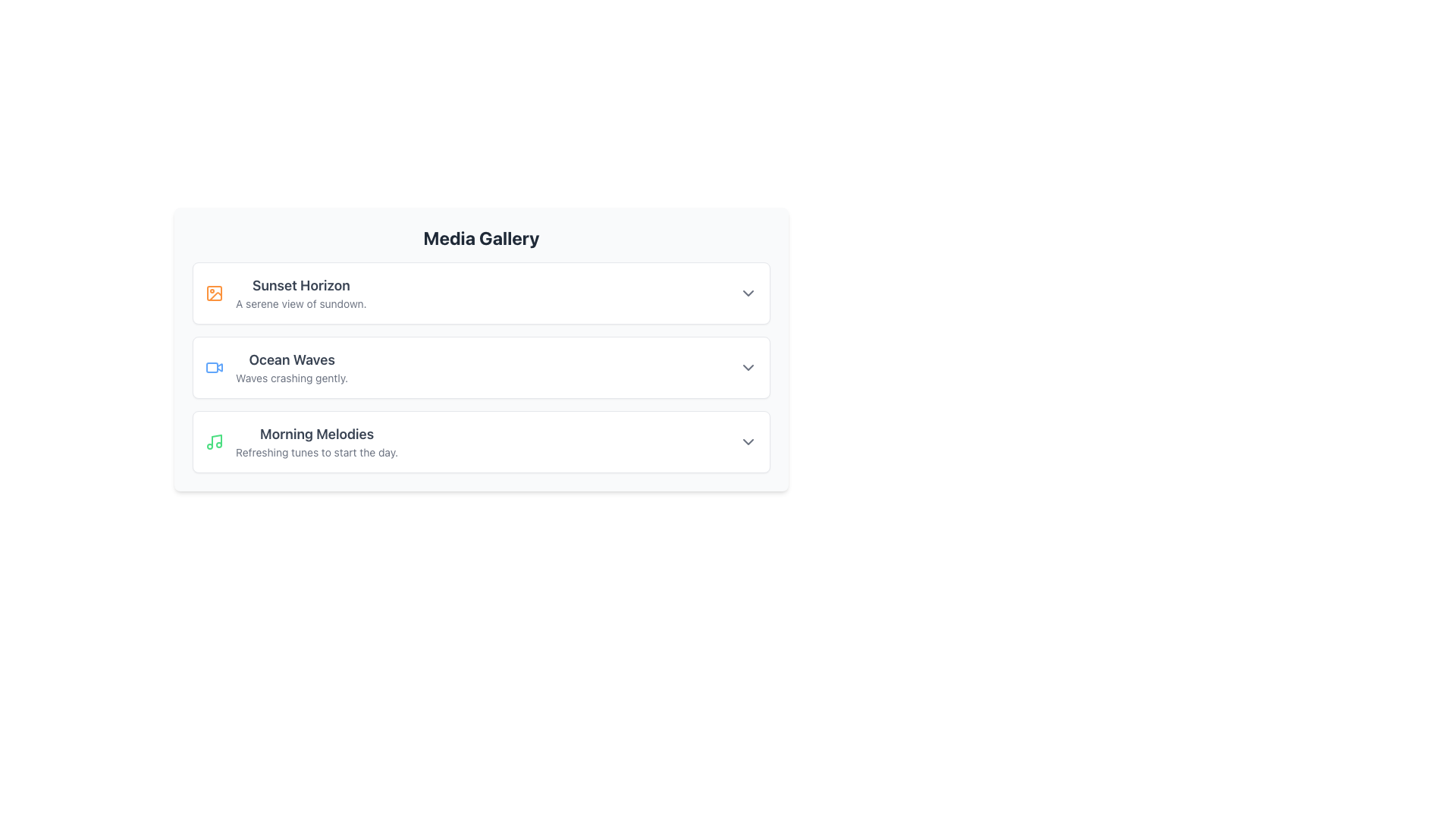 This screenshot has width=1456, height=819. Describe the element at coordinates (480, 368) in the screenshot. I see `the dropdown indicator of the 'Ocean Waves' media gallery item` at that location.